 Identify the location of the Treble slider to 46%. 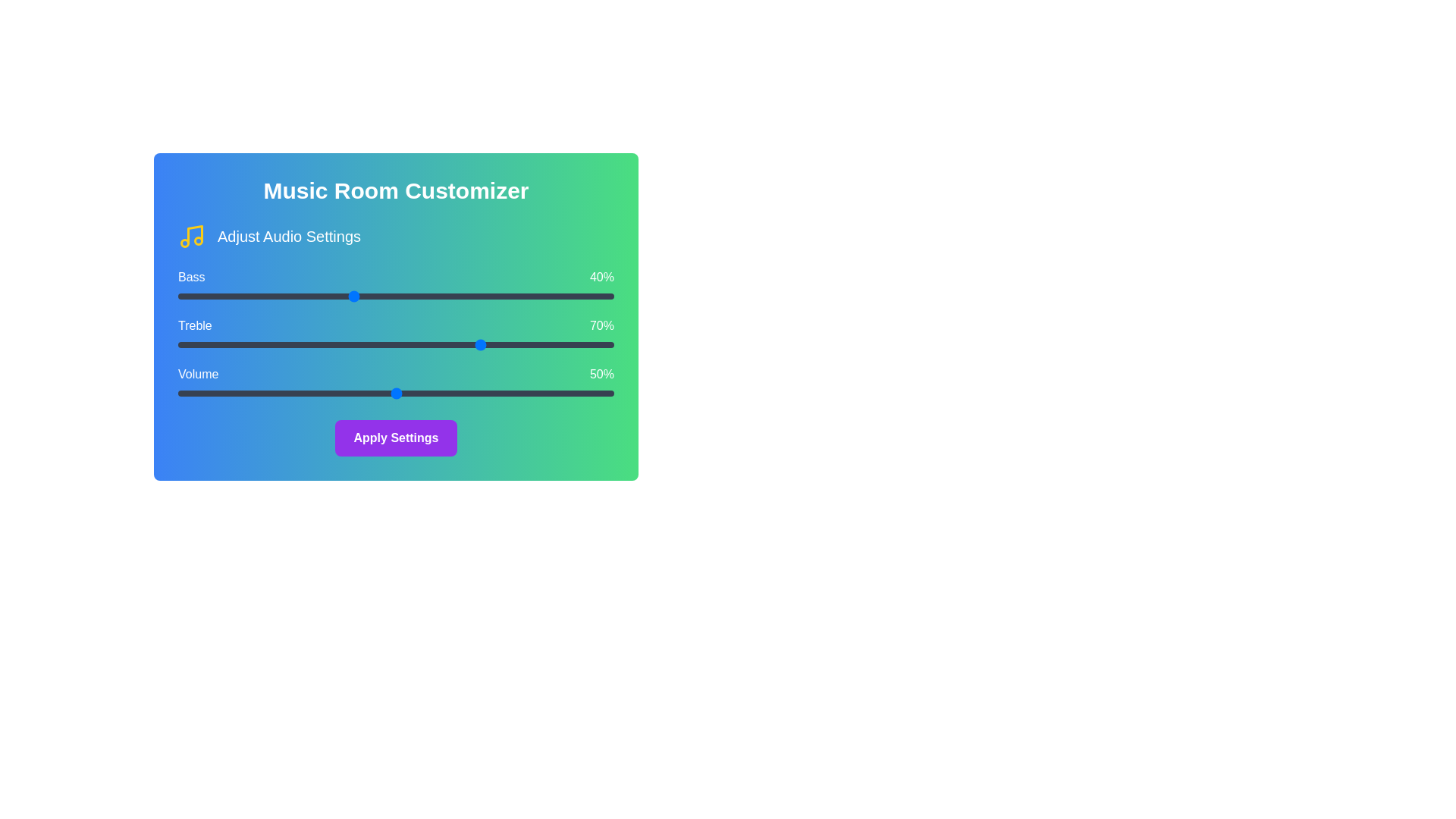
(378, 345).